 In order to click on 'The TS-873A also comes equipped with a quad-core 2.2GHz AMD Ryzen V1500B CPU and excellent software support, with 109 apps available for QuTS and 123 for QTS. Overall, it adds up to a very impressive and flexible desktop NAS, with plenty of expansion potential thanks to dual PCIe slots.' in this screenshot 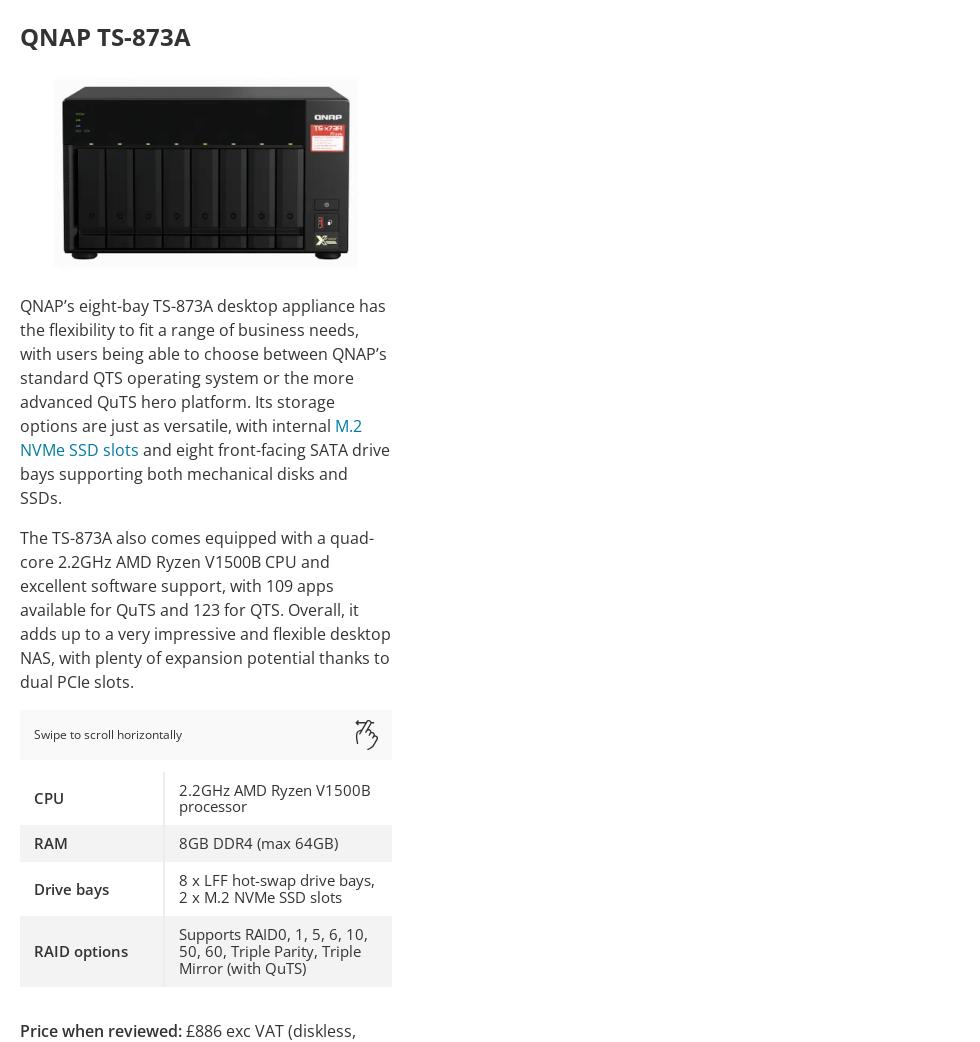, I will do `click(19, 609)`.